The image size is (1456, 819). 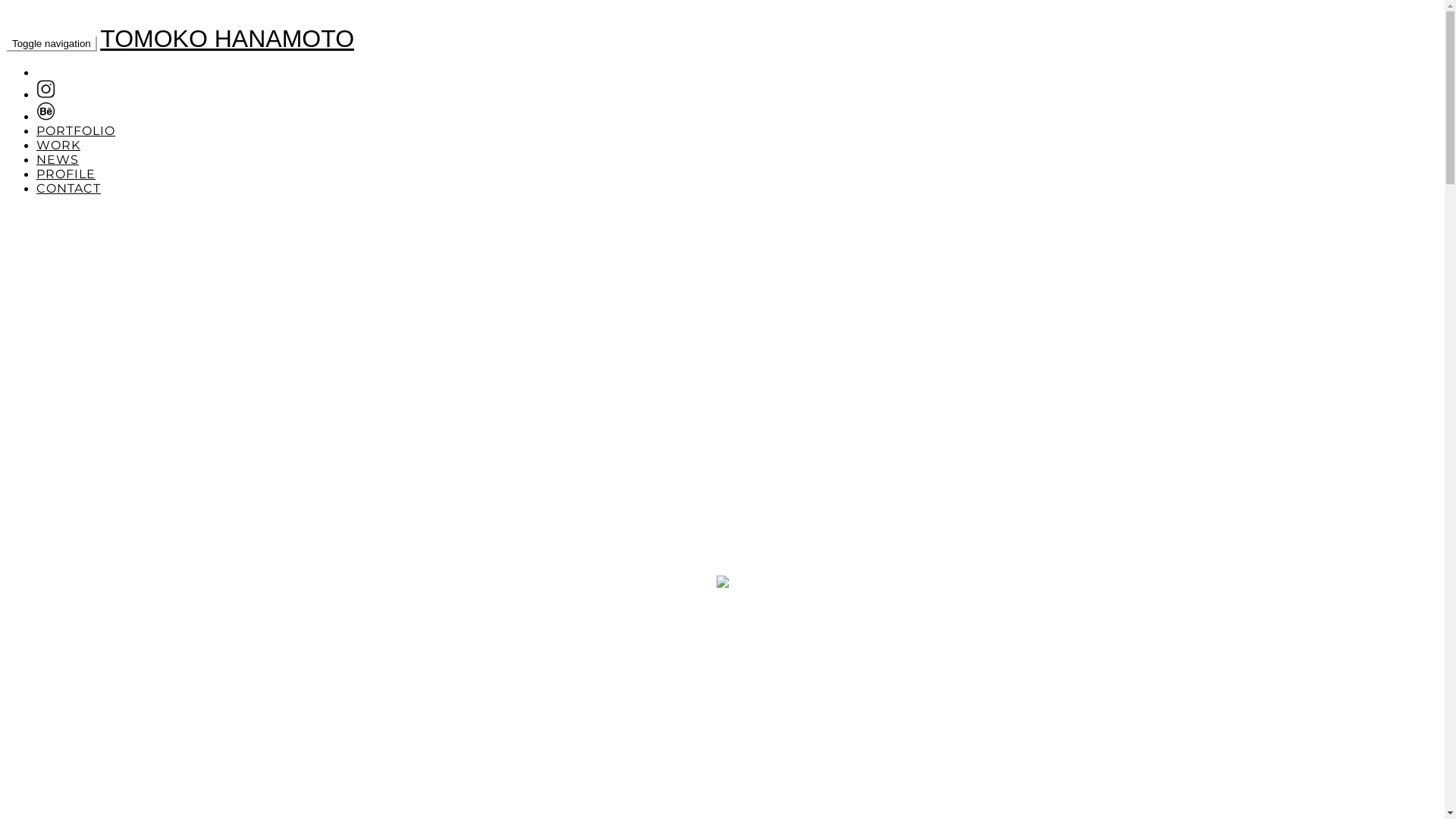 I want to click on 'PORTFOLIO', so click(x=75, y=130).